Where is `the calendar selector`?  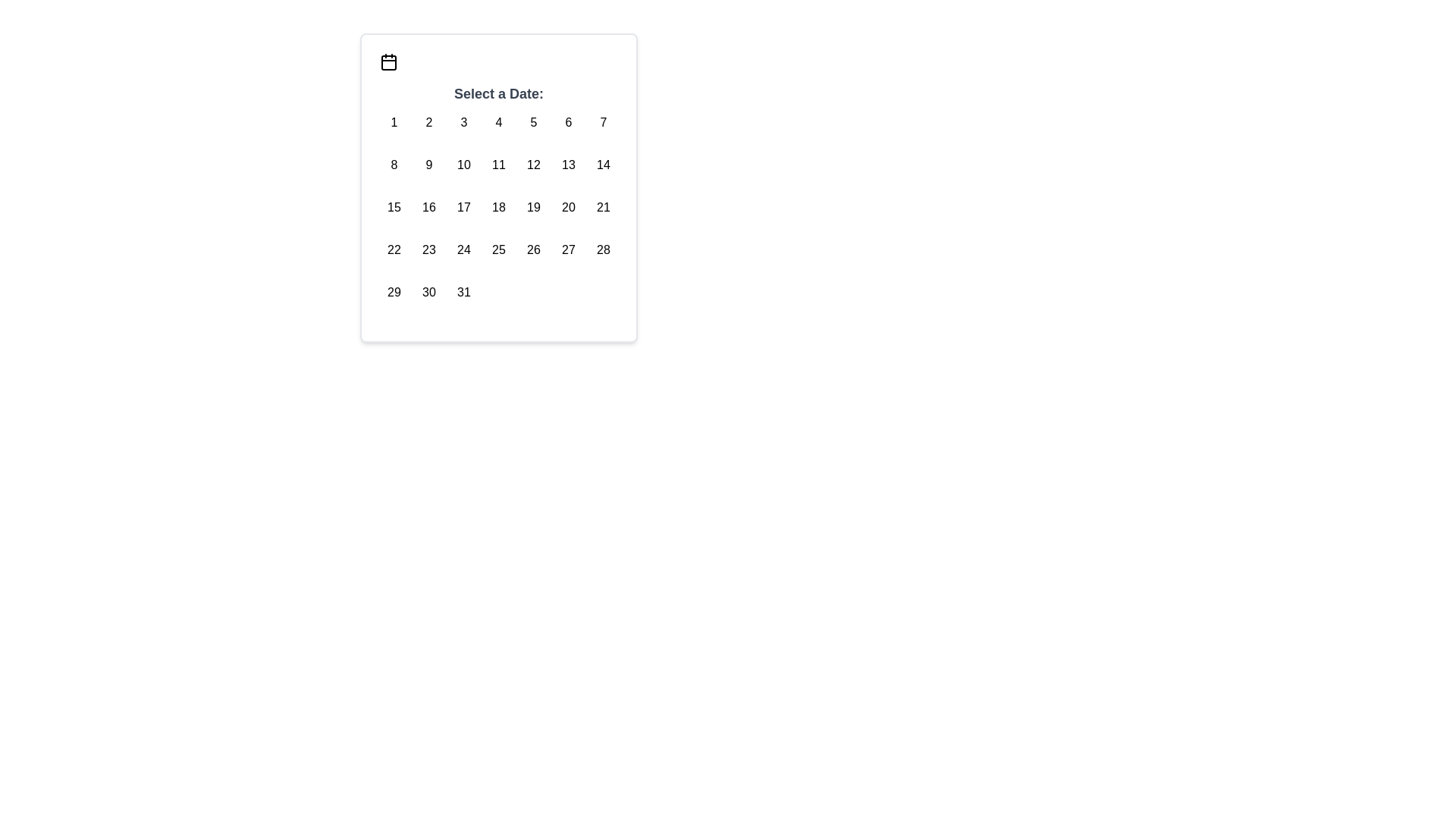
the calendar selector is located at coordinates (498, 187).